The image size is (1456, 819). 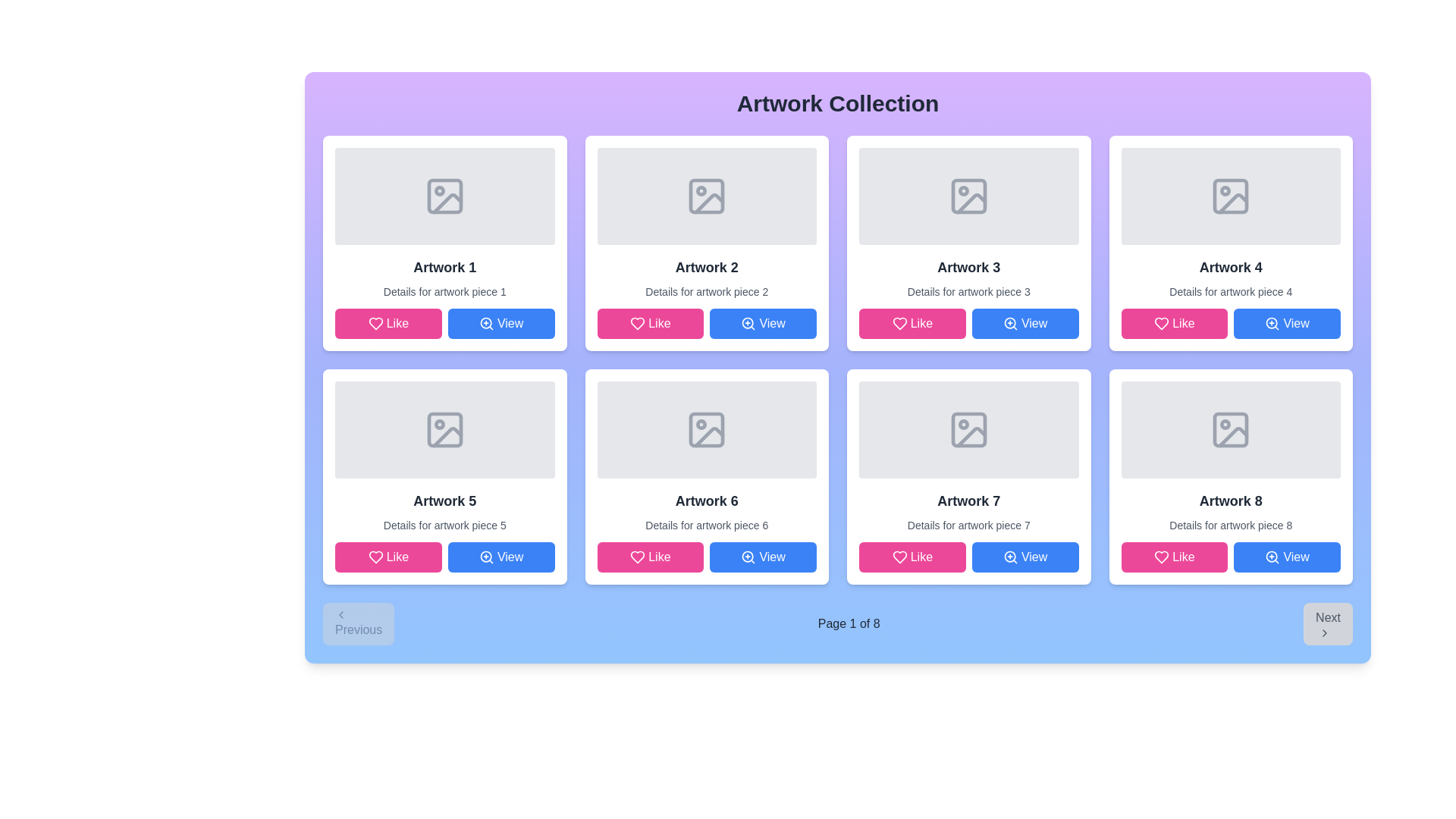 What do you see at coordinates (962, 190) in the screenshot?
I see `the decorative circular indicator located in the graphic icon of the card labeled 'Artwork 3', which is positioned in the upper right corner inside the square` at bounding box center [962, 190].